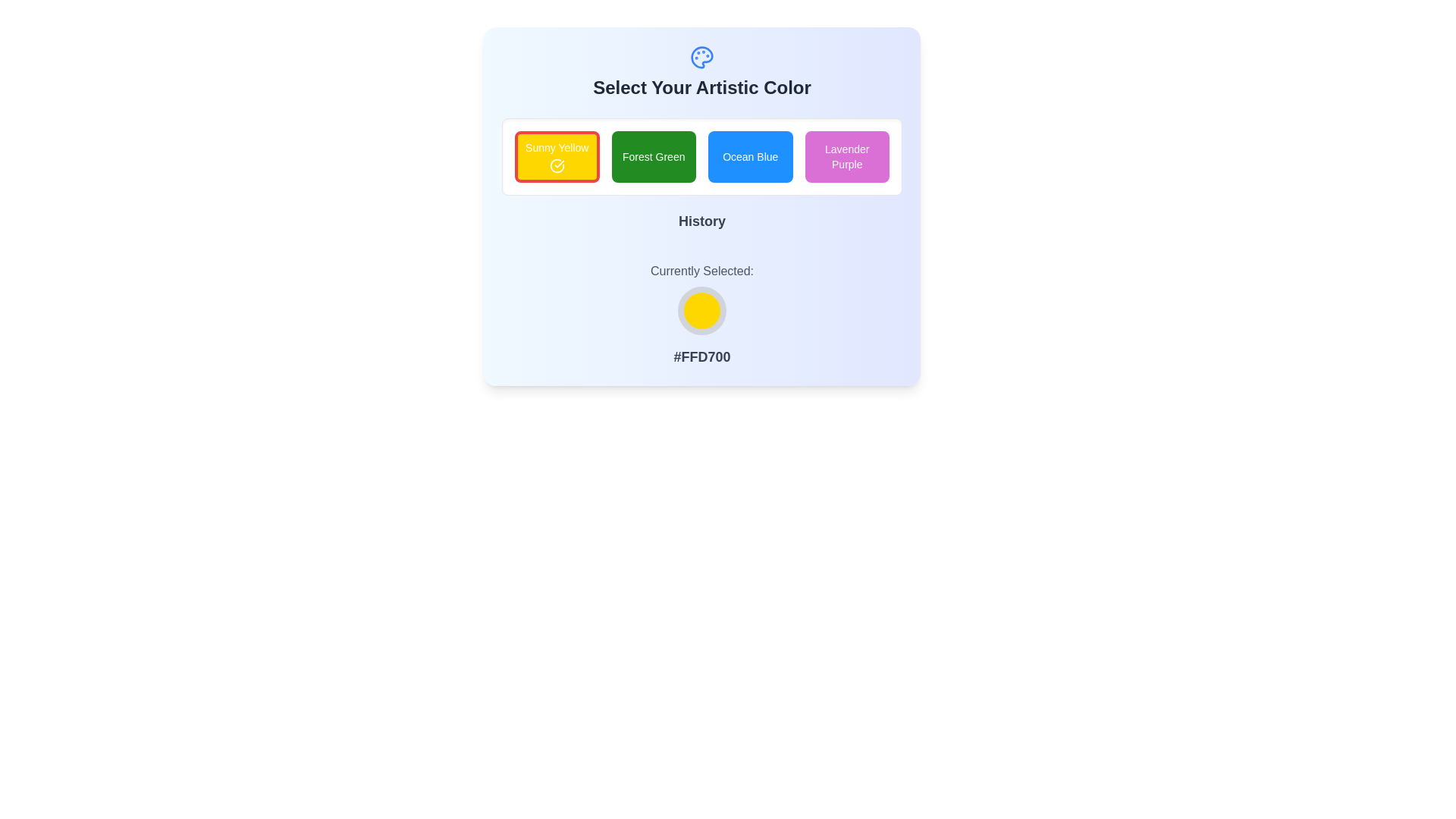  Describe the element at coordinates (701, 57) in the screenshot. I see `the artistic color selection icon, which is prominently positioned above the text 'Select Your Artistic Color'` at that location.